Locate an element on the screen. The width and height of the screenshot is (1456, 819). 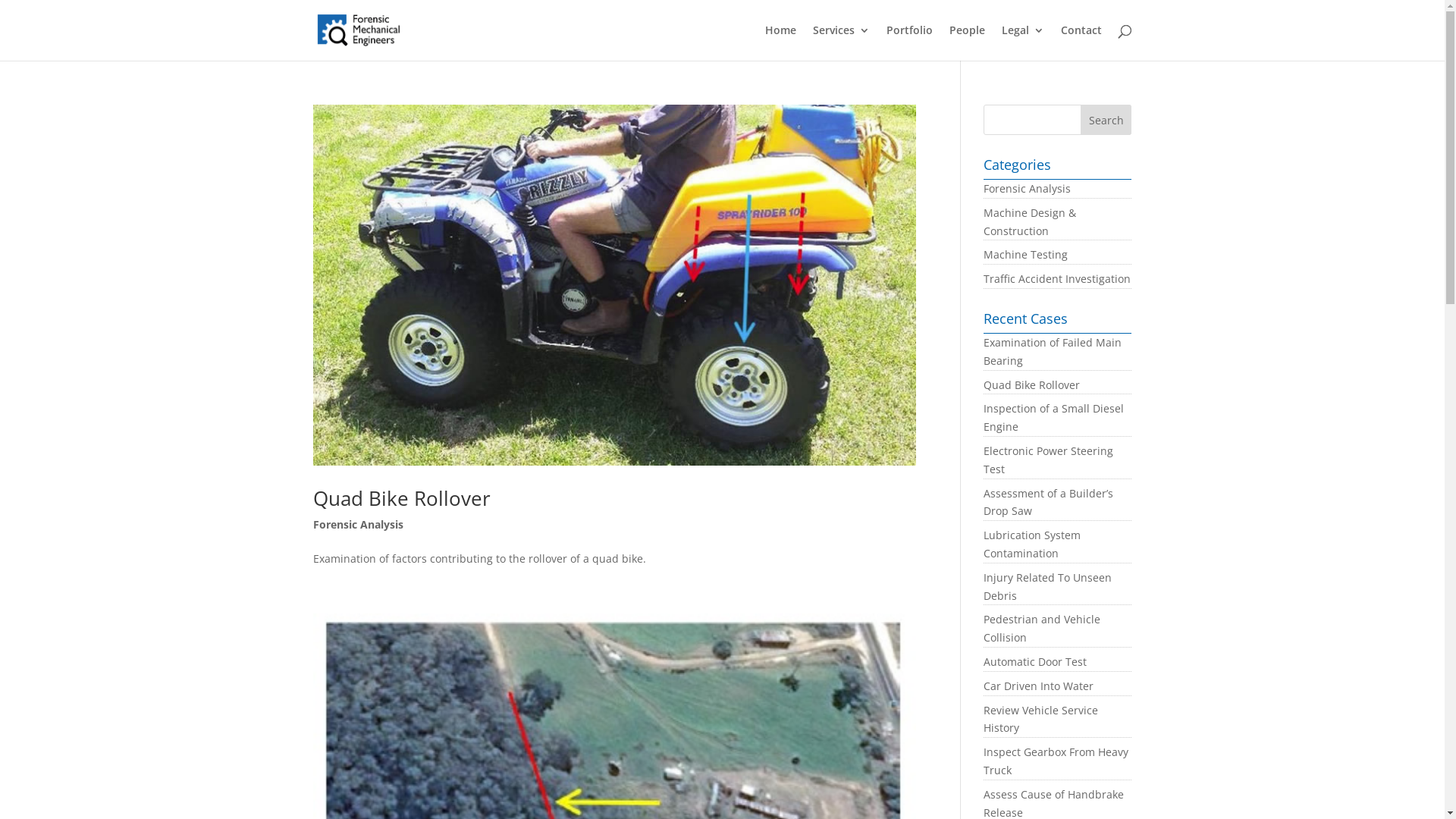
'Legal' is located at coordinates (1001, 42).